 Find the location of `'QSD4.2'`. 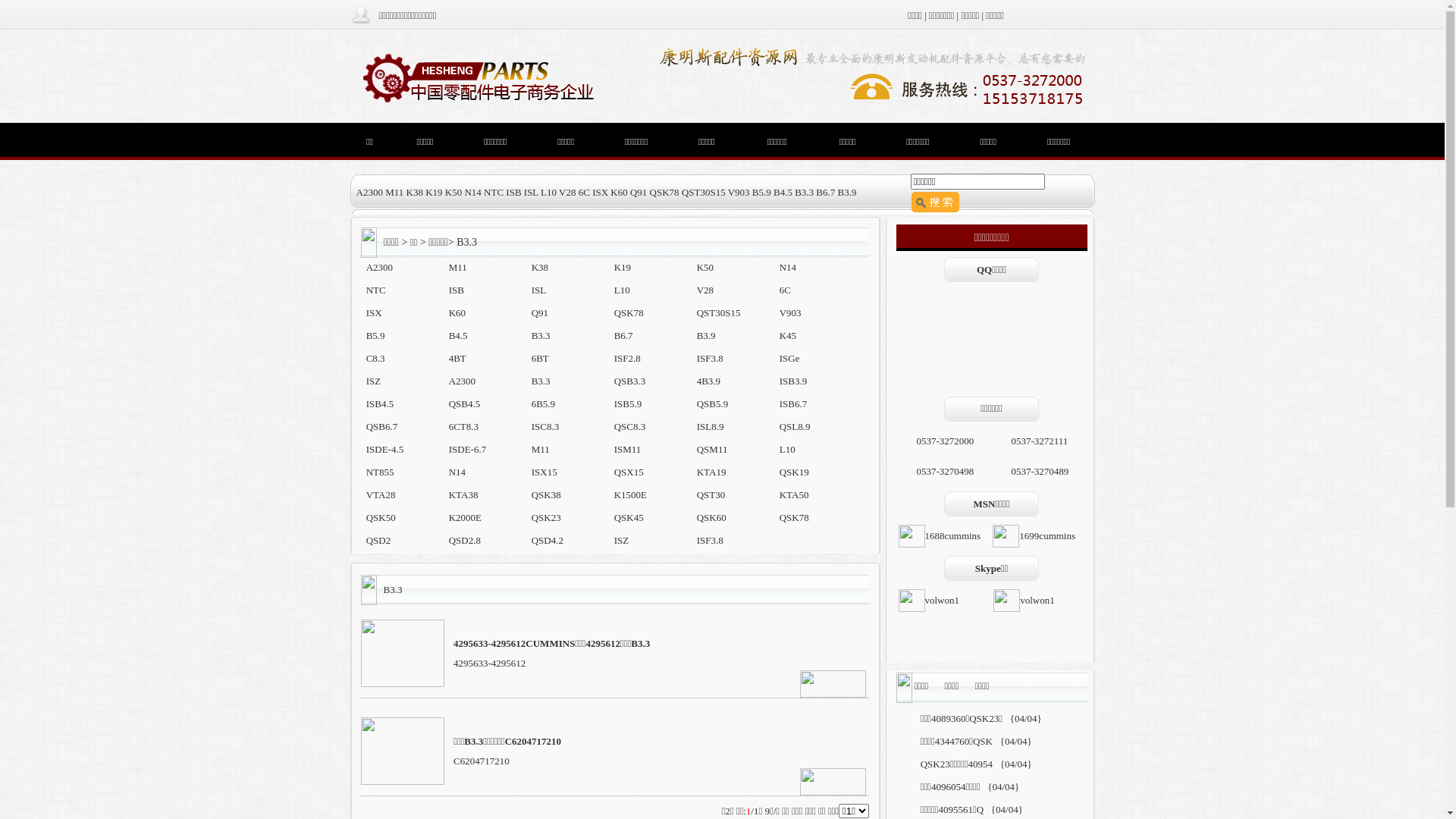

'QSD4.2' is located at coordinates (546, 539).